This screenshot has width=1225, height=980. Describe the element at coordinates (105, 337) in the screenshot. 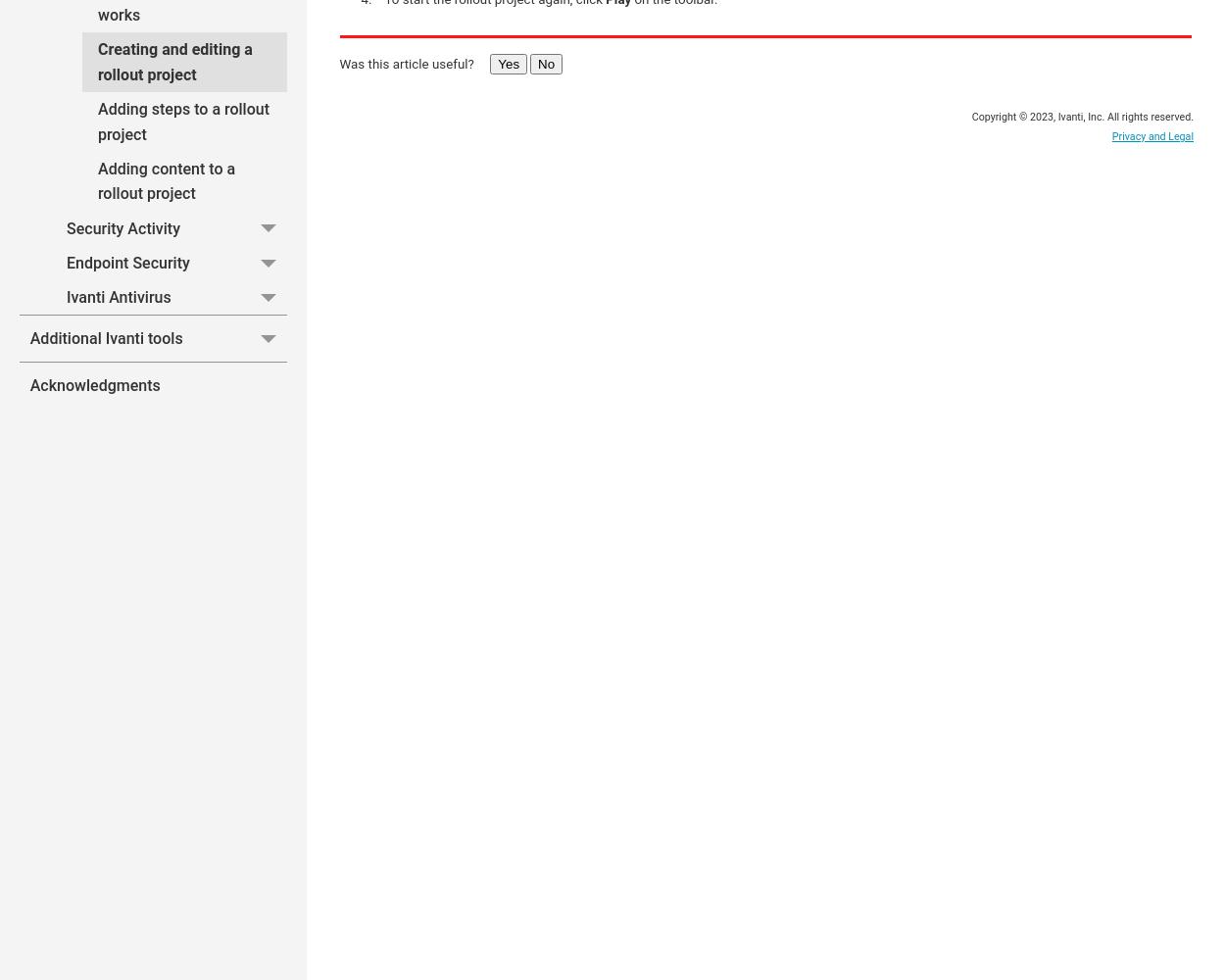

I see `'Additional Ivanti tools'` at that location.